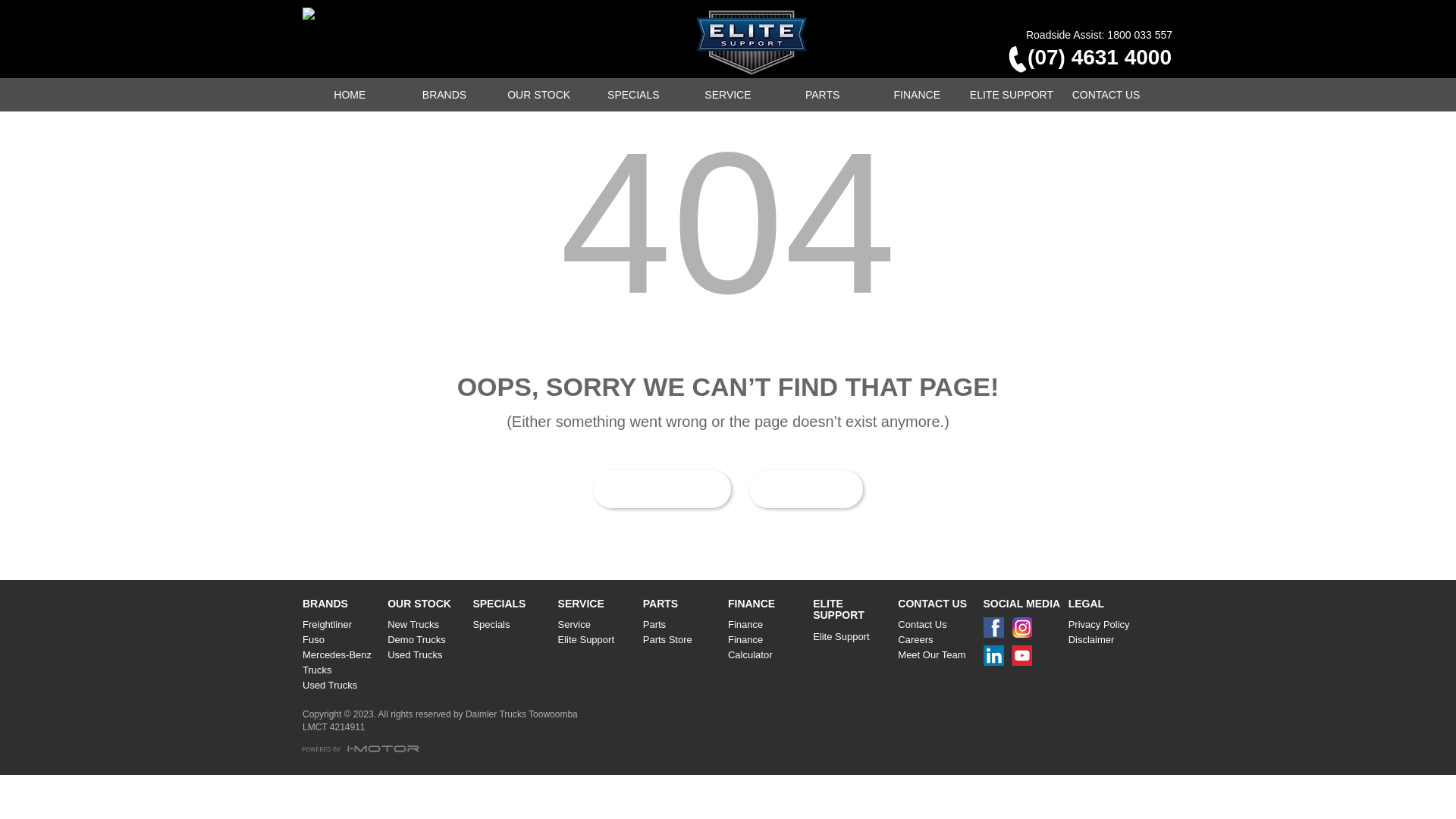 The height and width of the screenshot is (819, 1456). Describe the element at coordinates (1068, 625) in the screenshot. I see `'Privacy Policy'` at that location.